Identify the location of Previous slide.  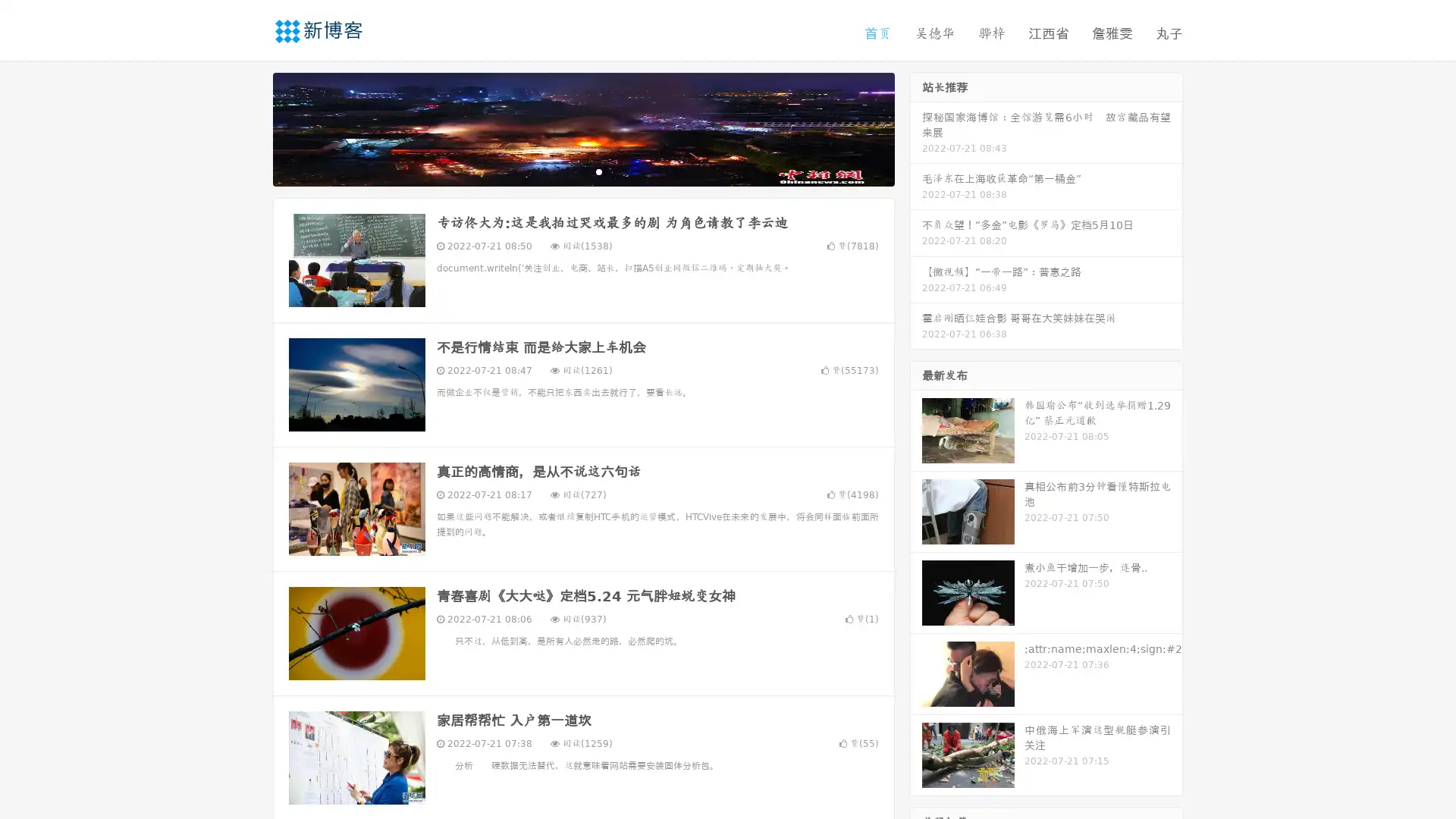
(250, 127).